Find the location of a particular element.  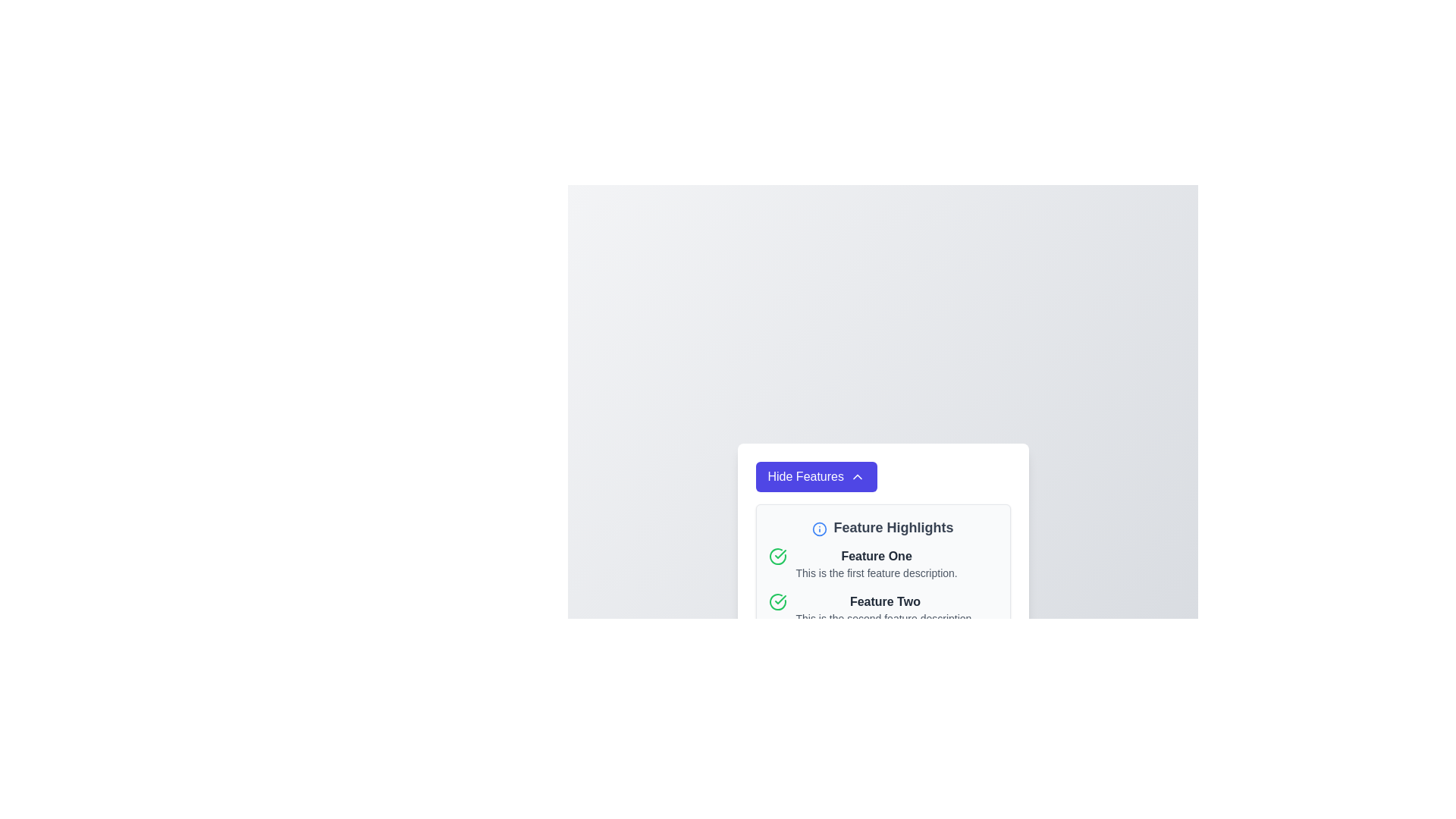

text label that states 'This is the second feature description.' which is located beneath the title 'Feature Two' in the feature highlights section is located at coordinates (885, 619).